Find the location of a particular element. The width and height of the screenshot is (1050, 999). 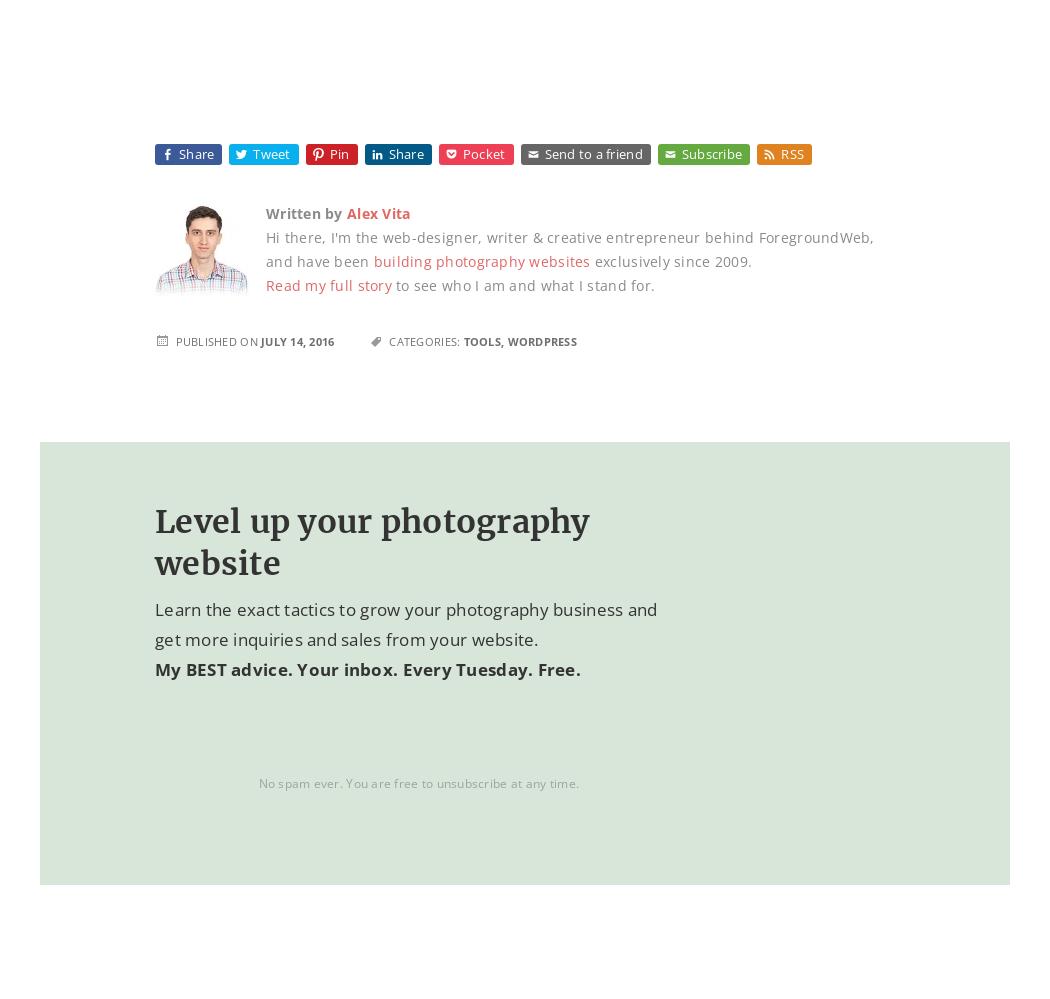

'tools' is located at coordinates (481, 340).